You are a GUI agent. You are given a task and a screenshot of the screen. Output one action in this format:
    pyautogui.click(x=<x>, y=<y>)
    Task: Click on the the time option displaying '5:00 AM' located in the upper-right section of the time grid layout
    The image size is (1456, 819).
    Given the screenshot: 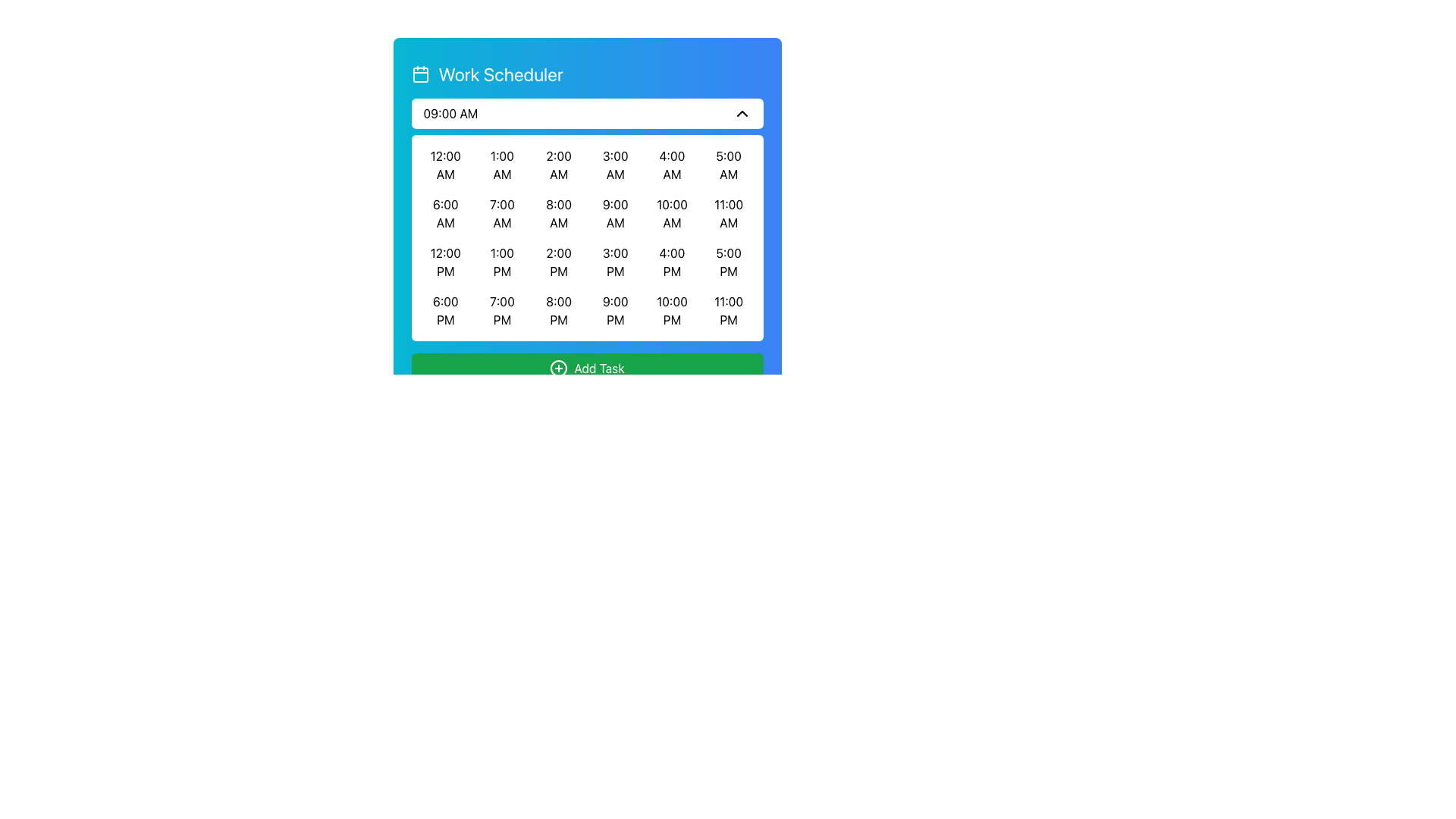 What is the action you would take?
    pyautogui.click(x=729, y=165)
    